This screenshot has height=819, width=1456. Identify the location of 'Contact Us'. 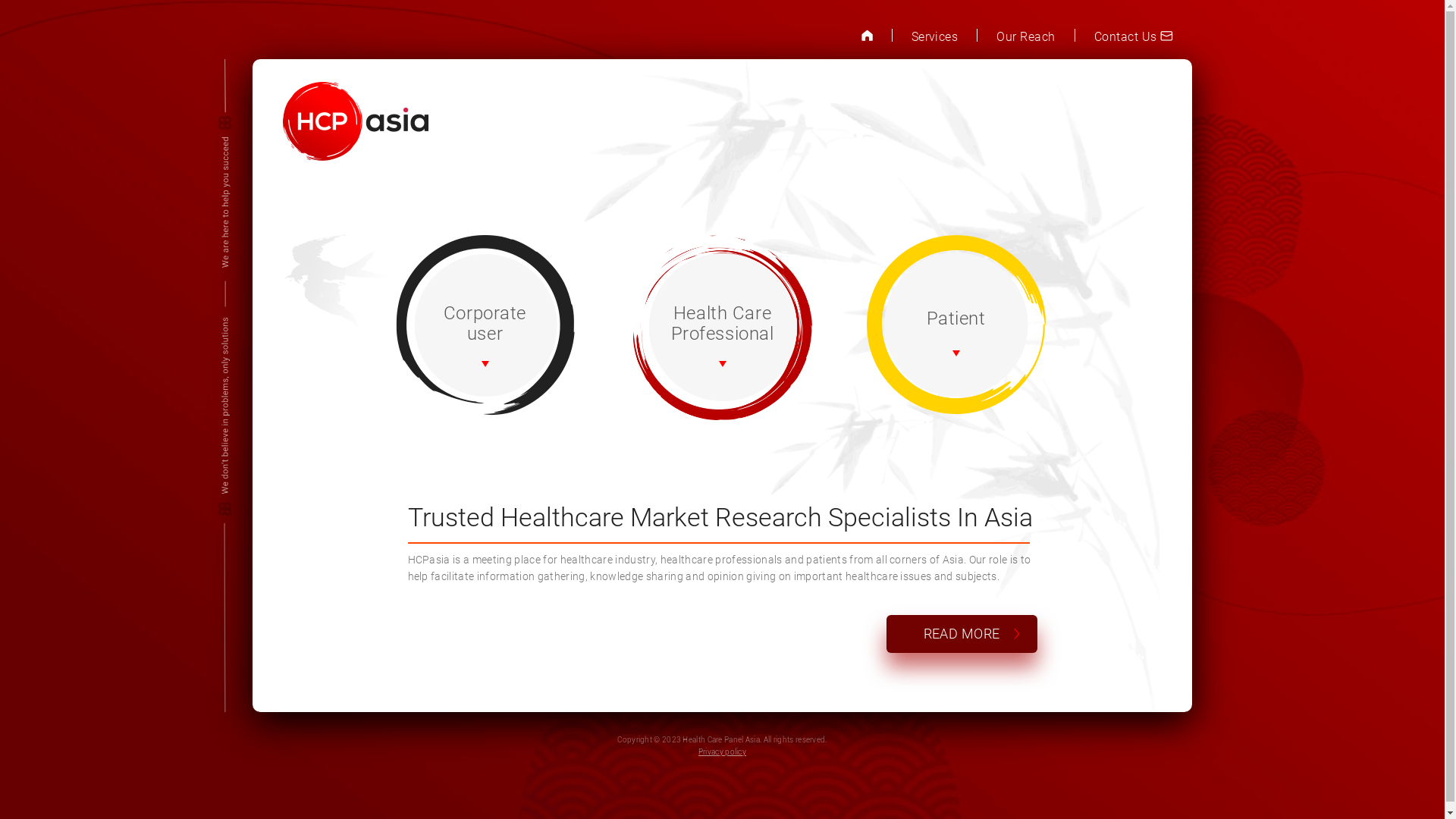
(1133, 36).